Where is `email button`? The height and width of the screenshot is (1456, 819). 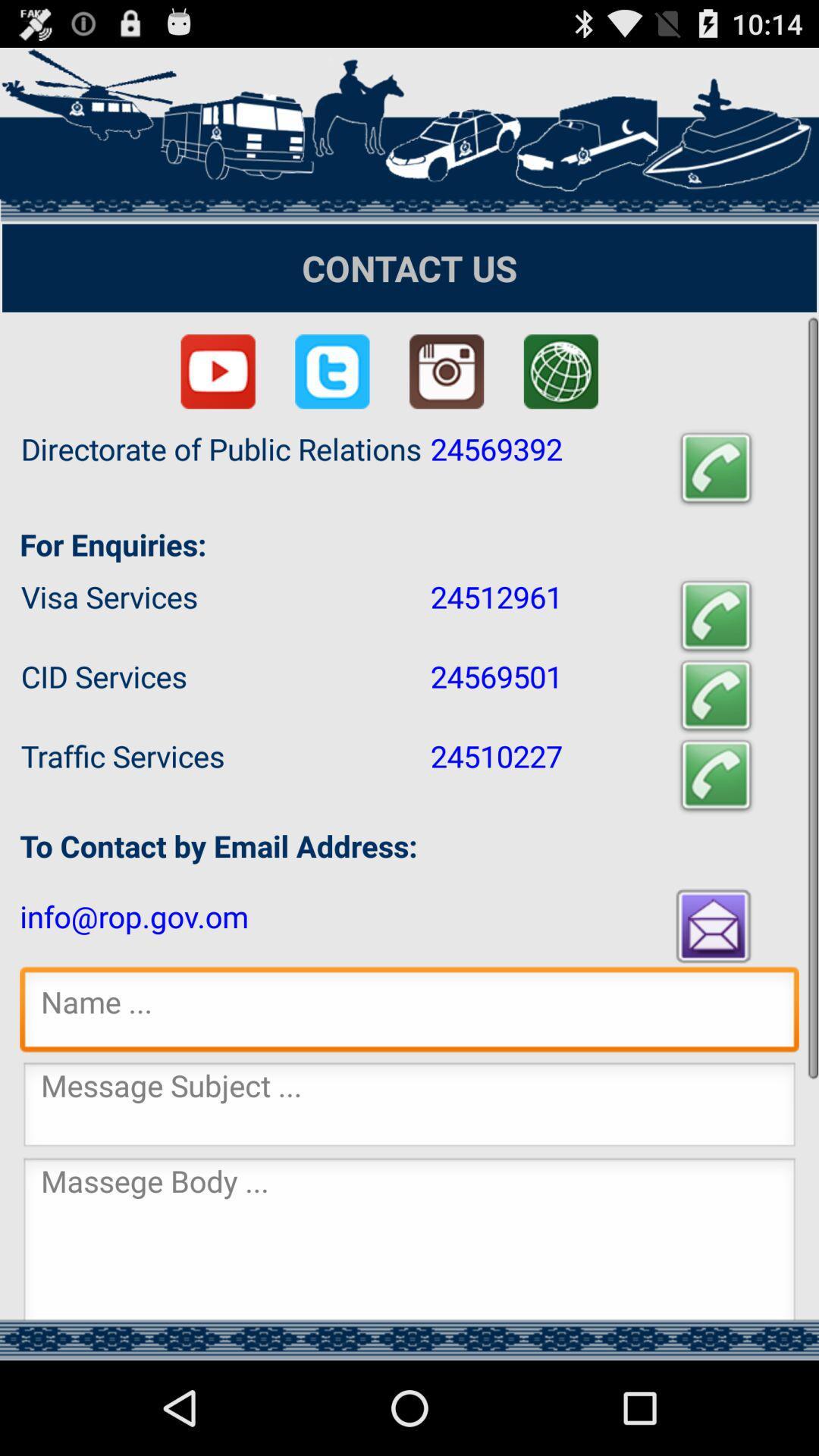 email button is located at coordinates (715, 924).